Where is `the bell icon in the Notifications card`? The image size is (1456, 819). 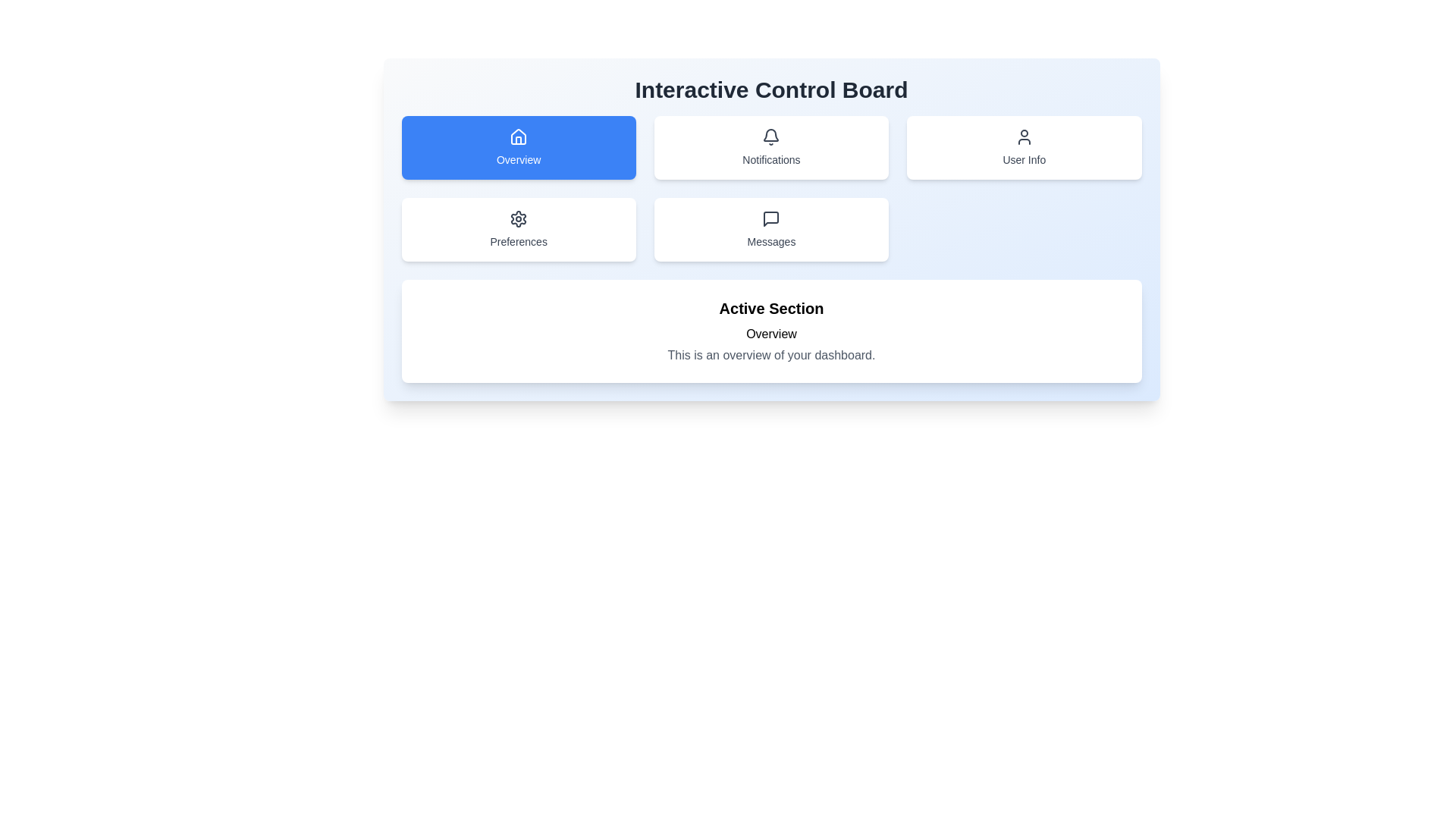
the bell icon in the Notifications card is located at coordinates (771, 137).